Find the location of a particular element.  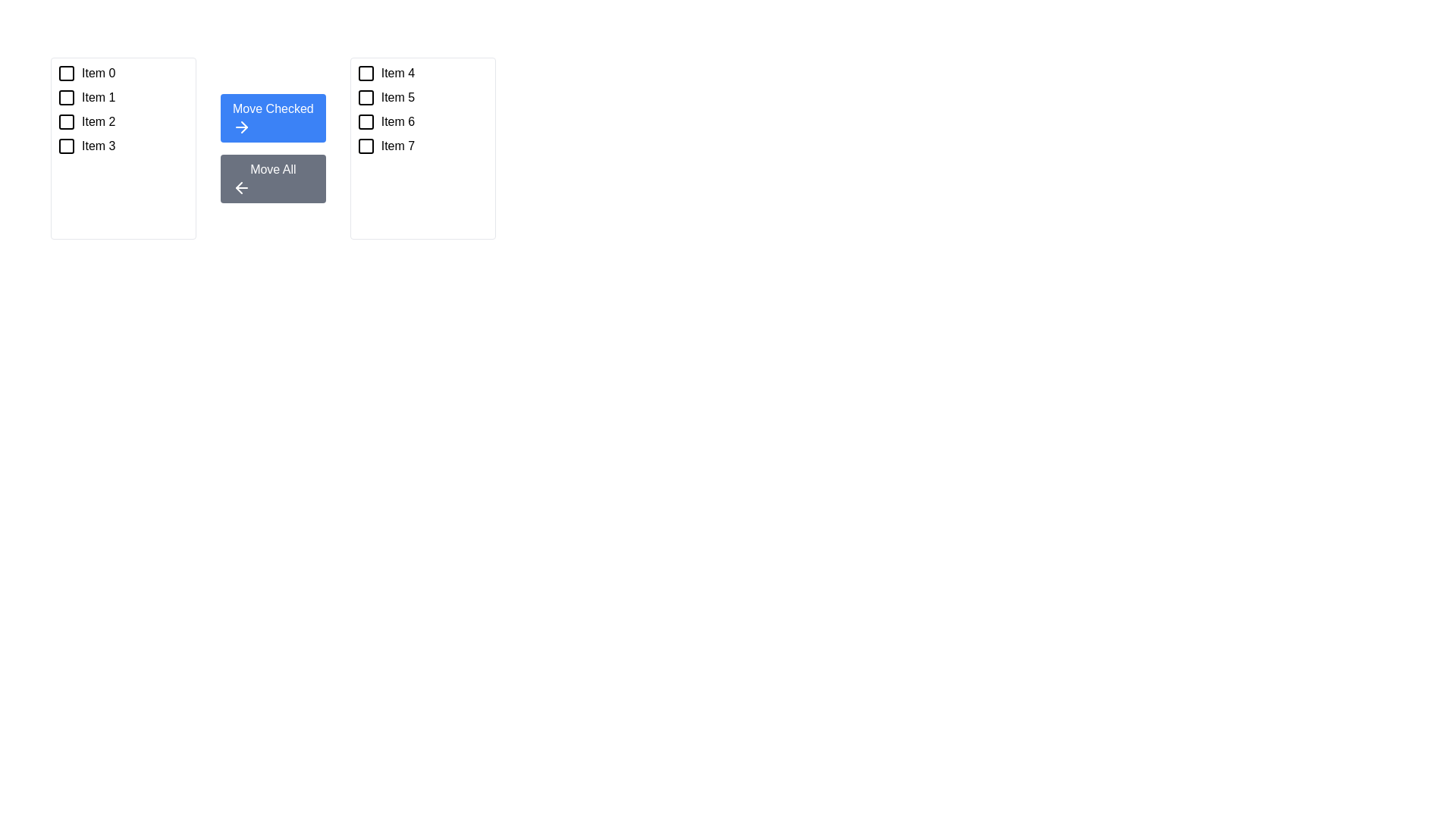

the associated checkbox next to the descriptive label that is the first item in a vertically arranged list in the rightmost column of the interface is located at coordinates (397, 73).